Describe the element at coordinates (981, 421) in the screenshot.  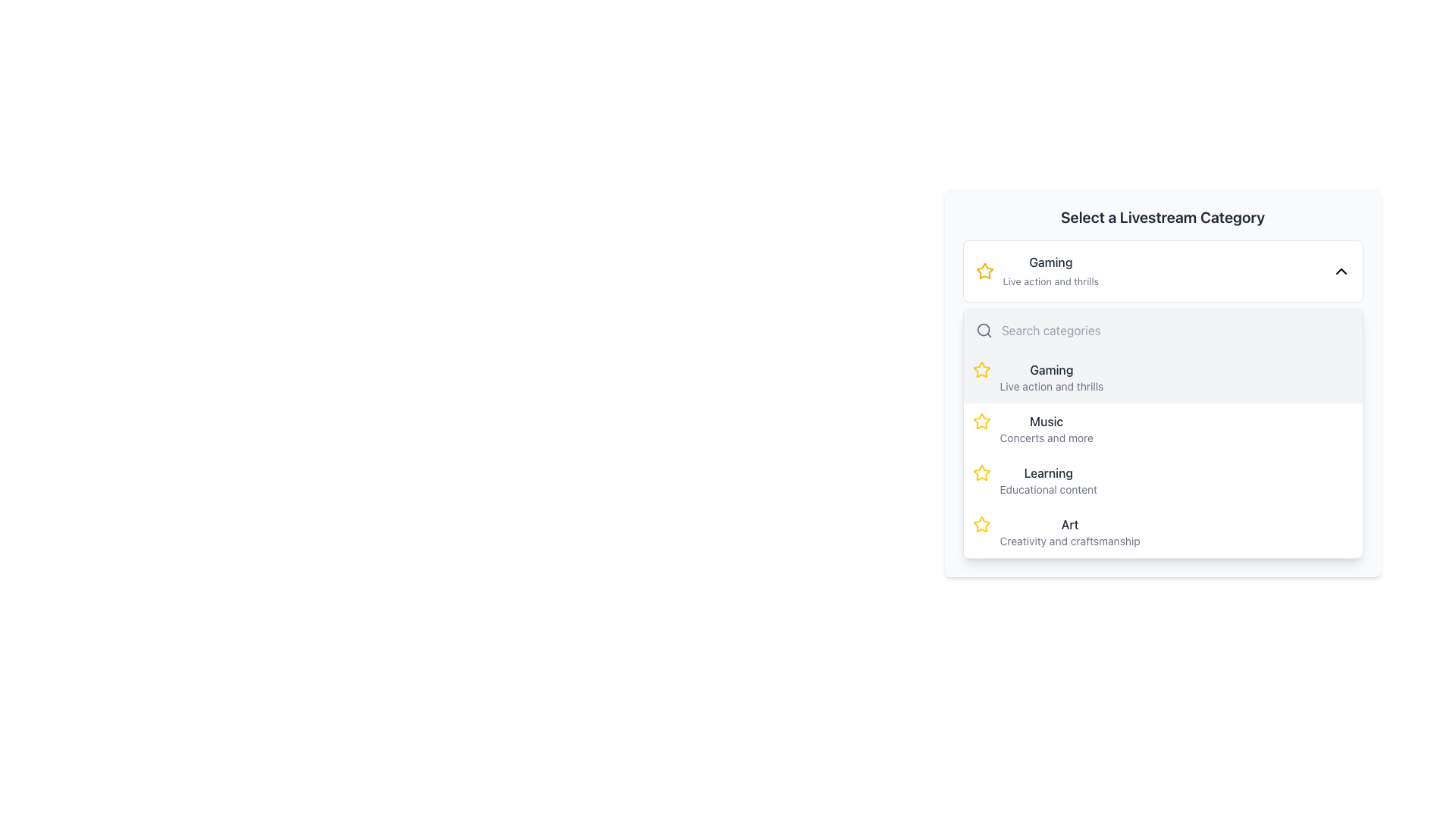
I see `the star icon indicating the 'Music - Concerts and more' option in the list, which is positioned below 'Gaming' and above 'Learning'` at that location.